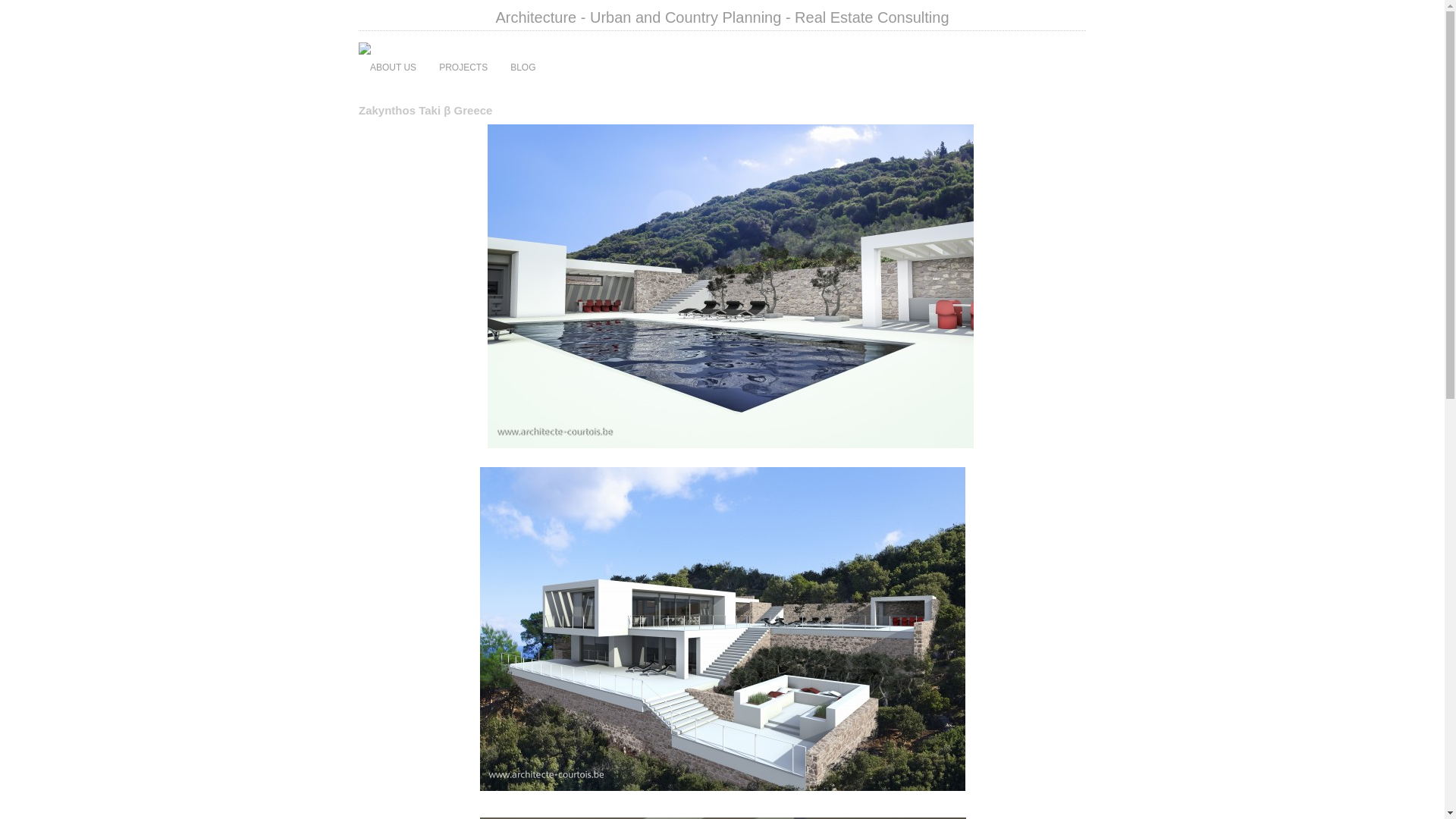 Image resolution: width=1456 pixels, height=819 pixels. Describe the element at coordinates (393, 66) in the screenshot. I see `'ABOUT US'` at that location.